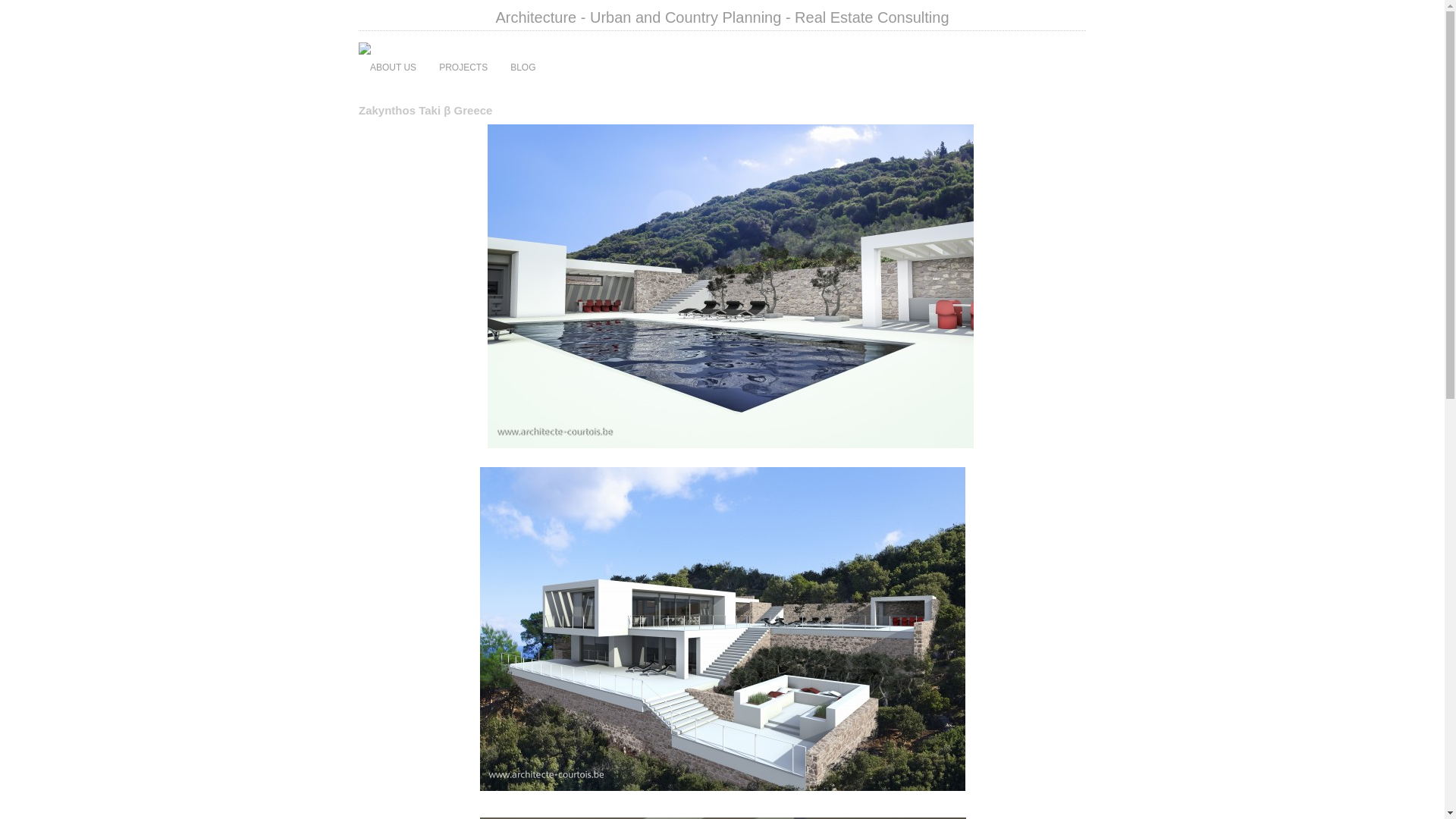 Image resolution: width=1456 pixels, height=819 pixels. Describe the element at coordinates (393, 66) in the screenshot. I see `'ABOUT US'` at that location.